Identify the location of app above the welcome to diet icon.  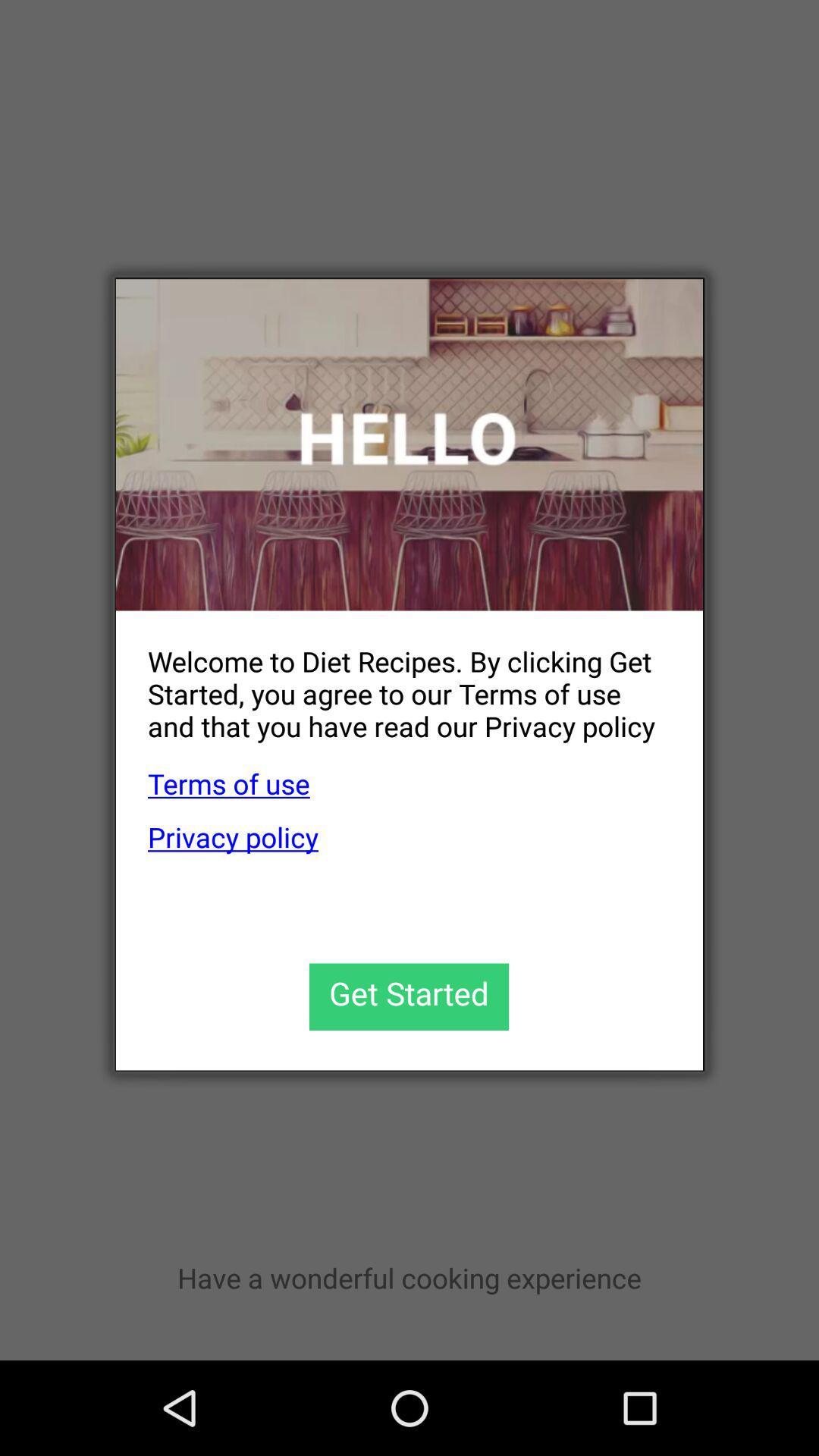
(409, 444).